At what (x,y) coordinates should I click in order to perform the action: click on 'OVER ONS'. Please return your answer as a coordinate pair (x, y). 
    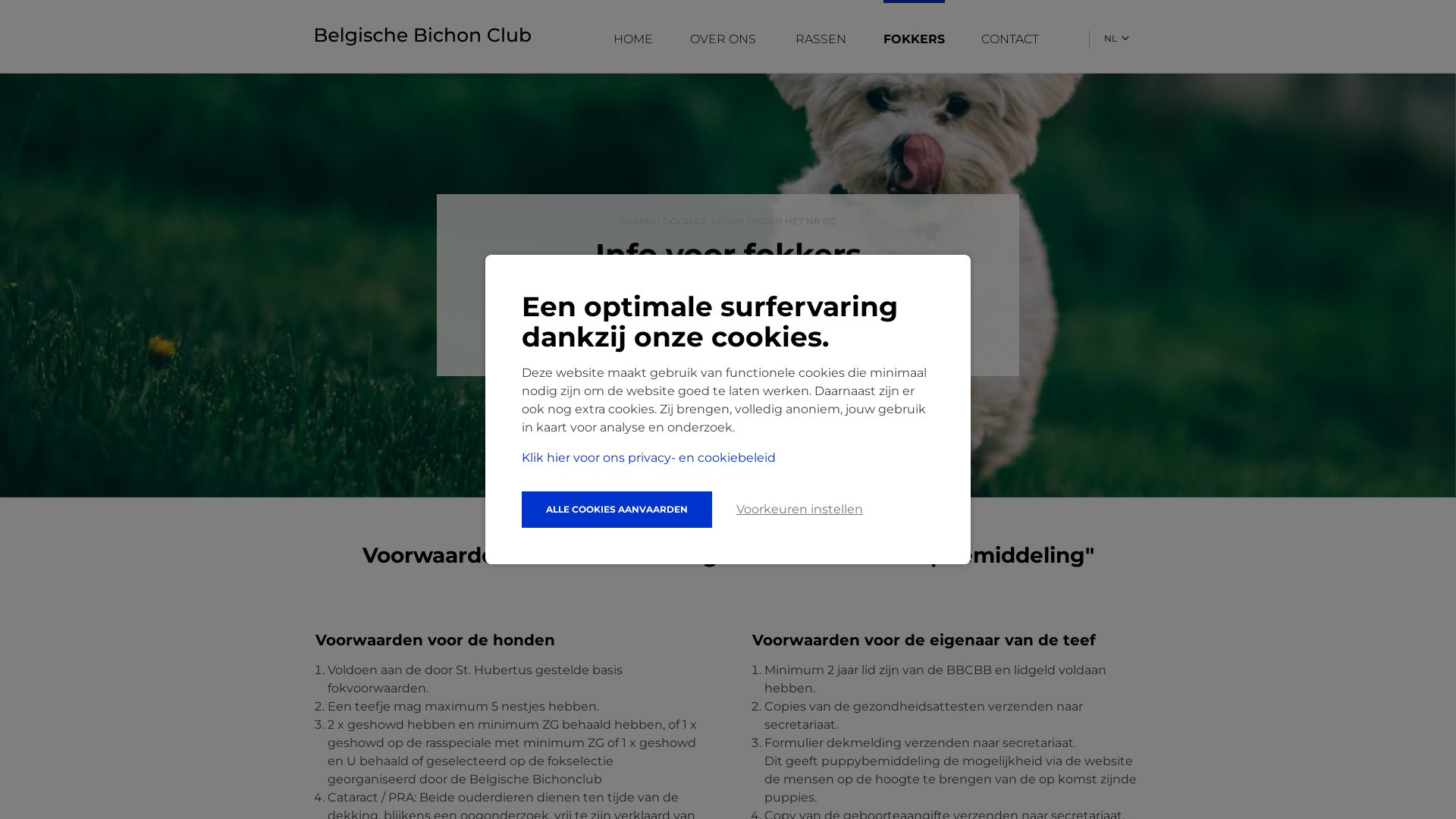
    Looking at the image, I should click on (723, 38).